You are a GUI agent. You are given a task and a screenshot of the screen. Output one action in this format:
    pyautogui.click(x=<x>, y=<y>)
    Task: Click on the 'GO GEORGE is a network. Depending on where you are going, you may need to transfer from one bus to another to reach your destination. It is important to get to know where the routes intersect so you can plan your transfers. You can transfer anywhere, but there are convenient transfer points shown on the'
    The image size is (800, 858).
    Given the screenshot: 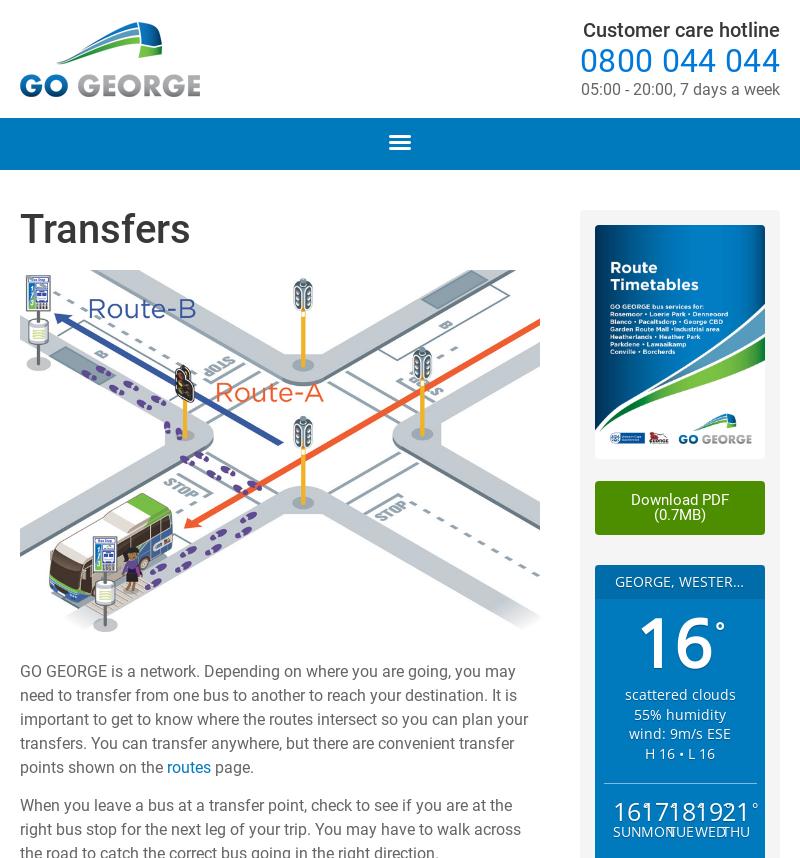 What is the action you would take?
    pyautogui.click(x=274, y=718)
    